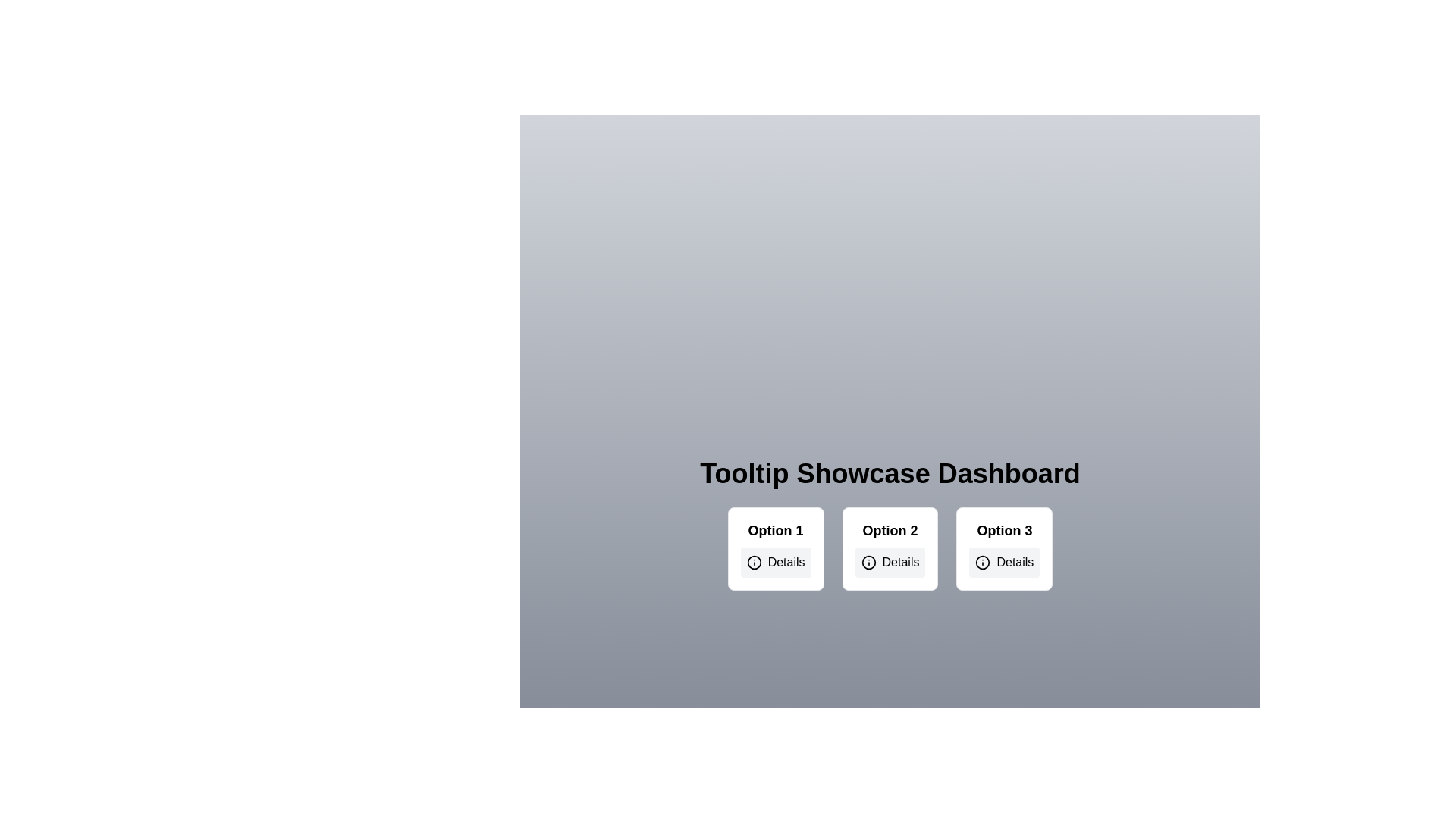 The height and width of the screenshot is (819, 1456). Describe the element at coordinates (1015, 562) in the screenshot. I see `the 'Details' text label located within the 'Option 3' button, which is positioned next to an informational icon` at that location.